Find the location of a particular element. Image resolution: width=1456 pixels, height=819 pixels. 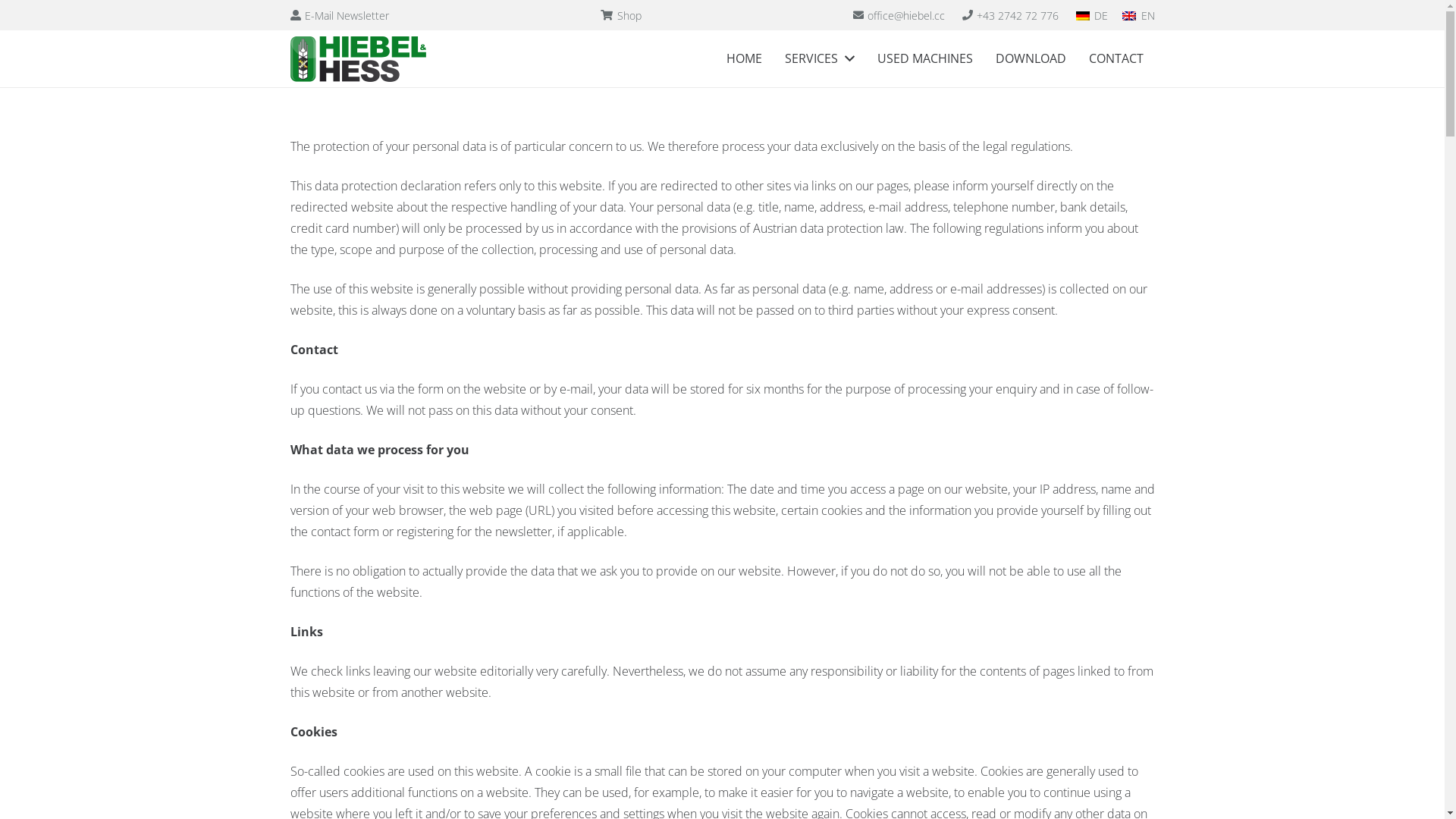

'E-Mail Newsletter' is located at coordinates (338, 14).